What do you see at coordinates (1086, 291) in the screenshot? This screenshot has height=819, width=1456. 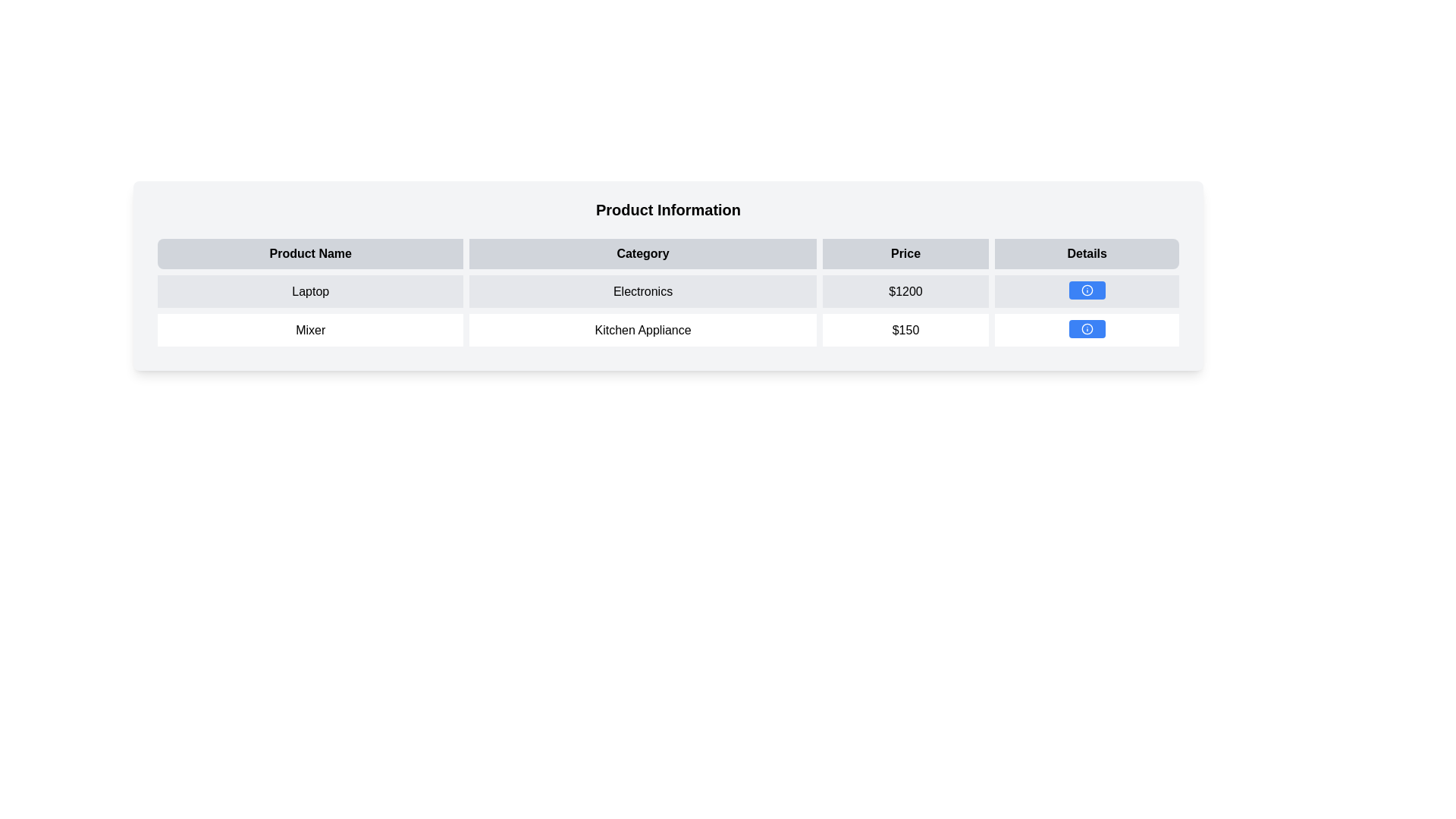 I see `the 'Details' button related to the 'Laptop' product by` at bounding box center [1086, 291].